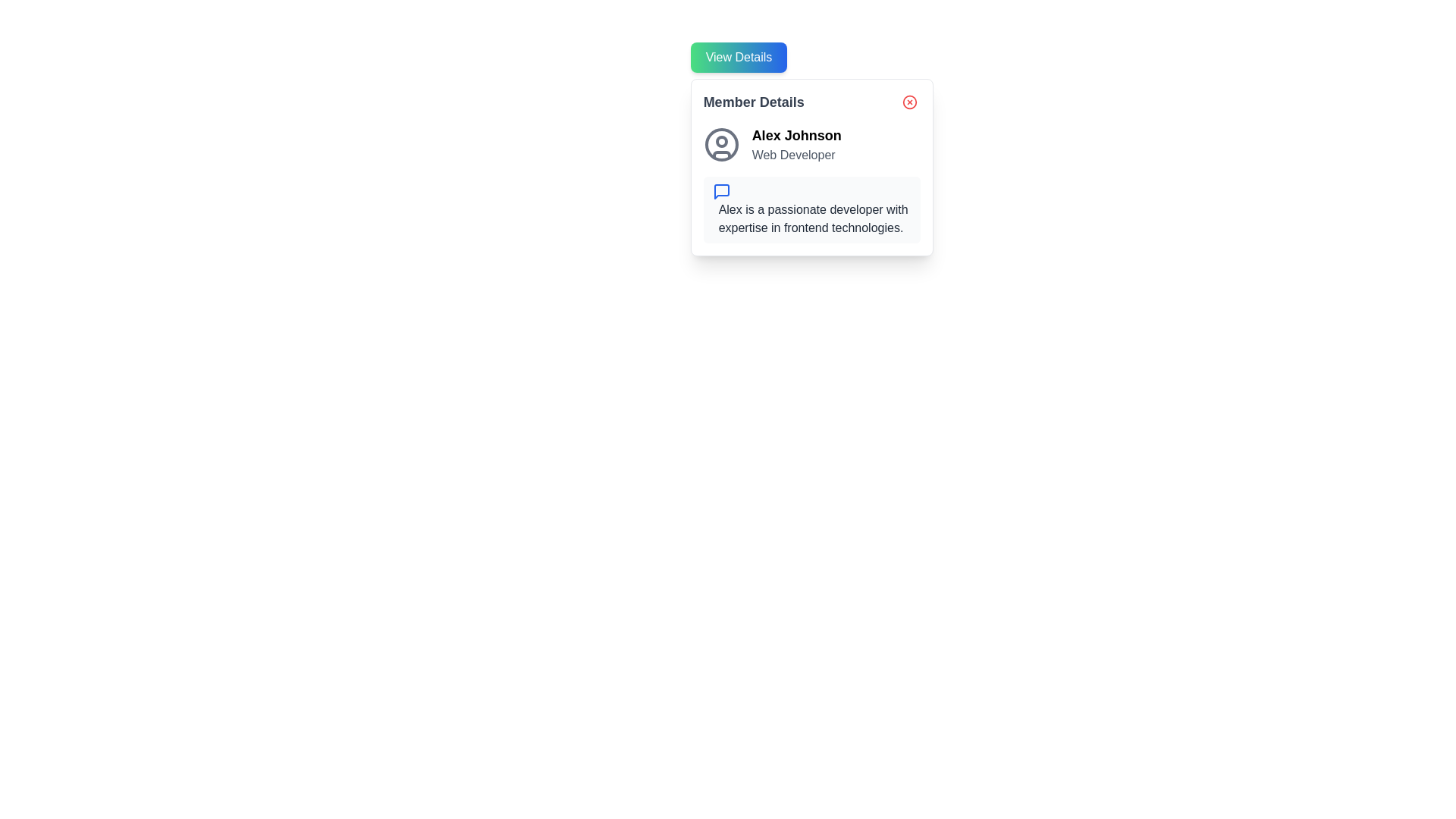 The height and width of the screenshot is (819, 1456). What do you see at coordinates (720, 141) in the screenshot?
I see `the small circular component within the larger circular frame in the 'Member Details' section` at bounding box center [720, 141].